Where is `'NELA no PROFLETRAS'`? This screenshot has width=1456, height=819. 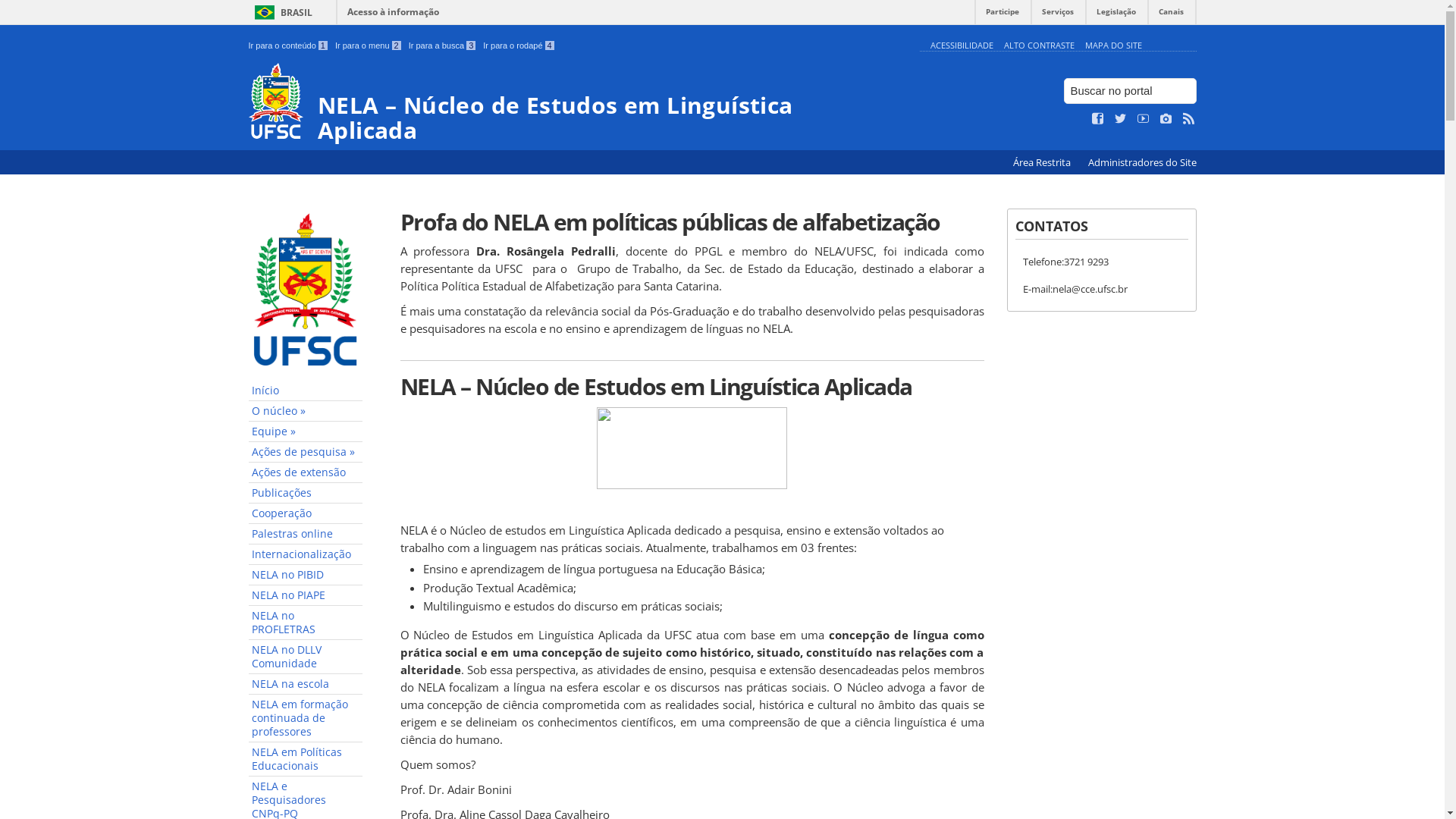 'NELA no PROFLETRAS' is located at coordinates (305, 623).